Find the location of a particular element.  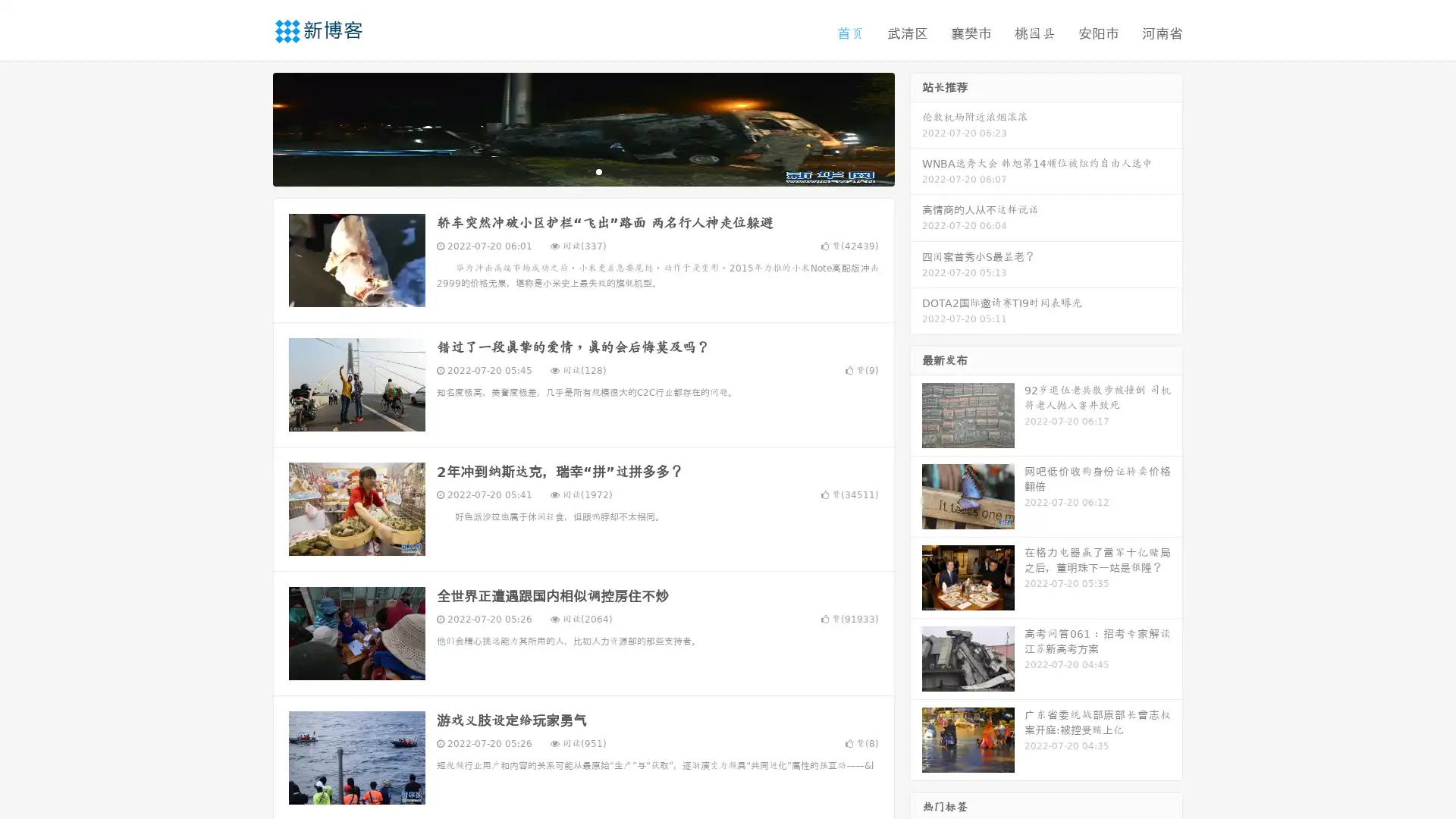

Go to slide 2 is located at coordinates (582, 171).